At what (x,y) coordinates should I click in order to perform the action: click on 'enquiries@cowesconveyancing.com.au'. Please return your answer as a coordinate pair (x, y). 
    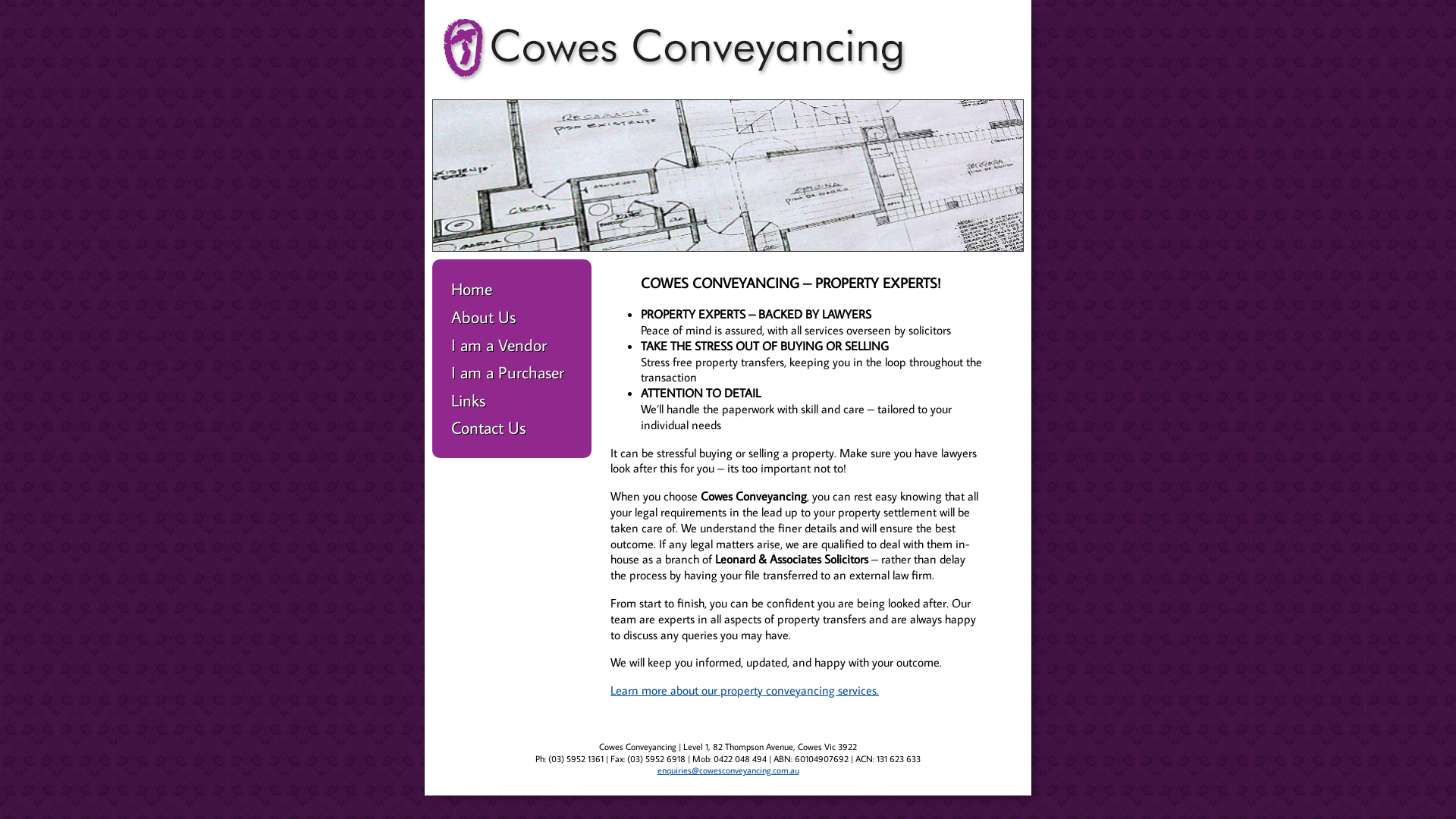
    Looking at the image, I should click on (726, 770).